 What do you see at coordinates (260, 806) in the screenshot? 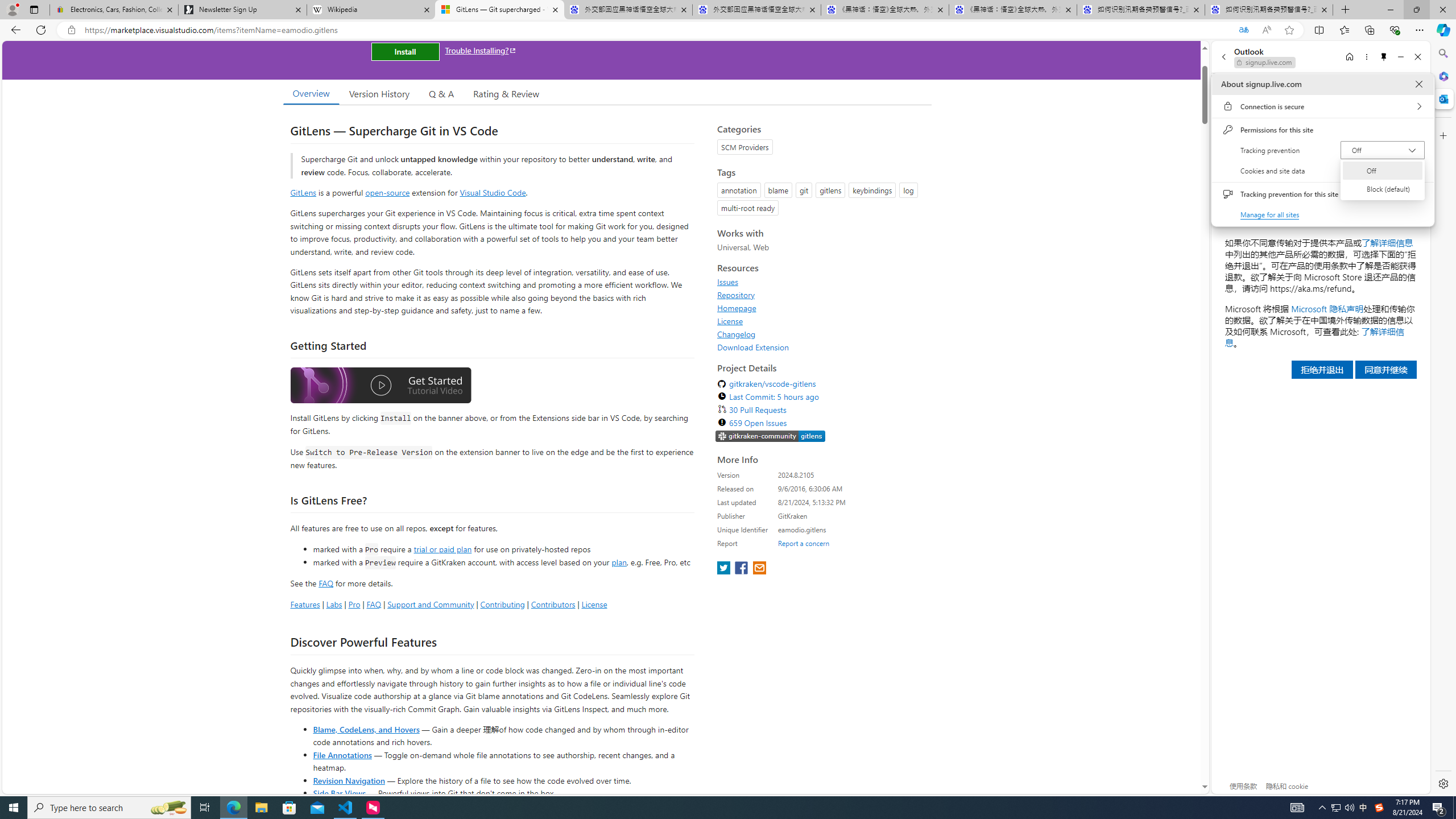
I see `'File Explorer'` at bounding box center [260, 806].